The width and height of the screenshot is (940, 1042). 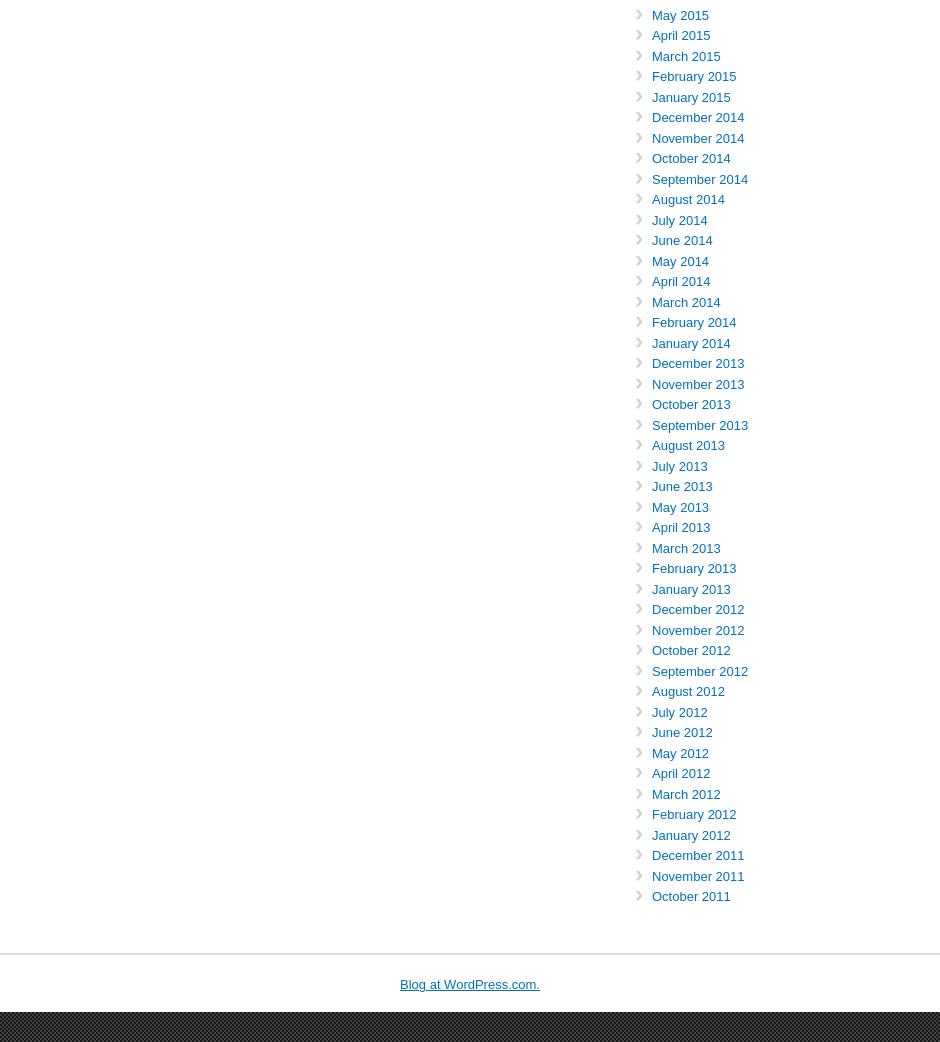 I want to click on 'April 2012', so click(x=680, y=772).